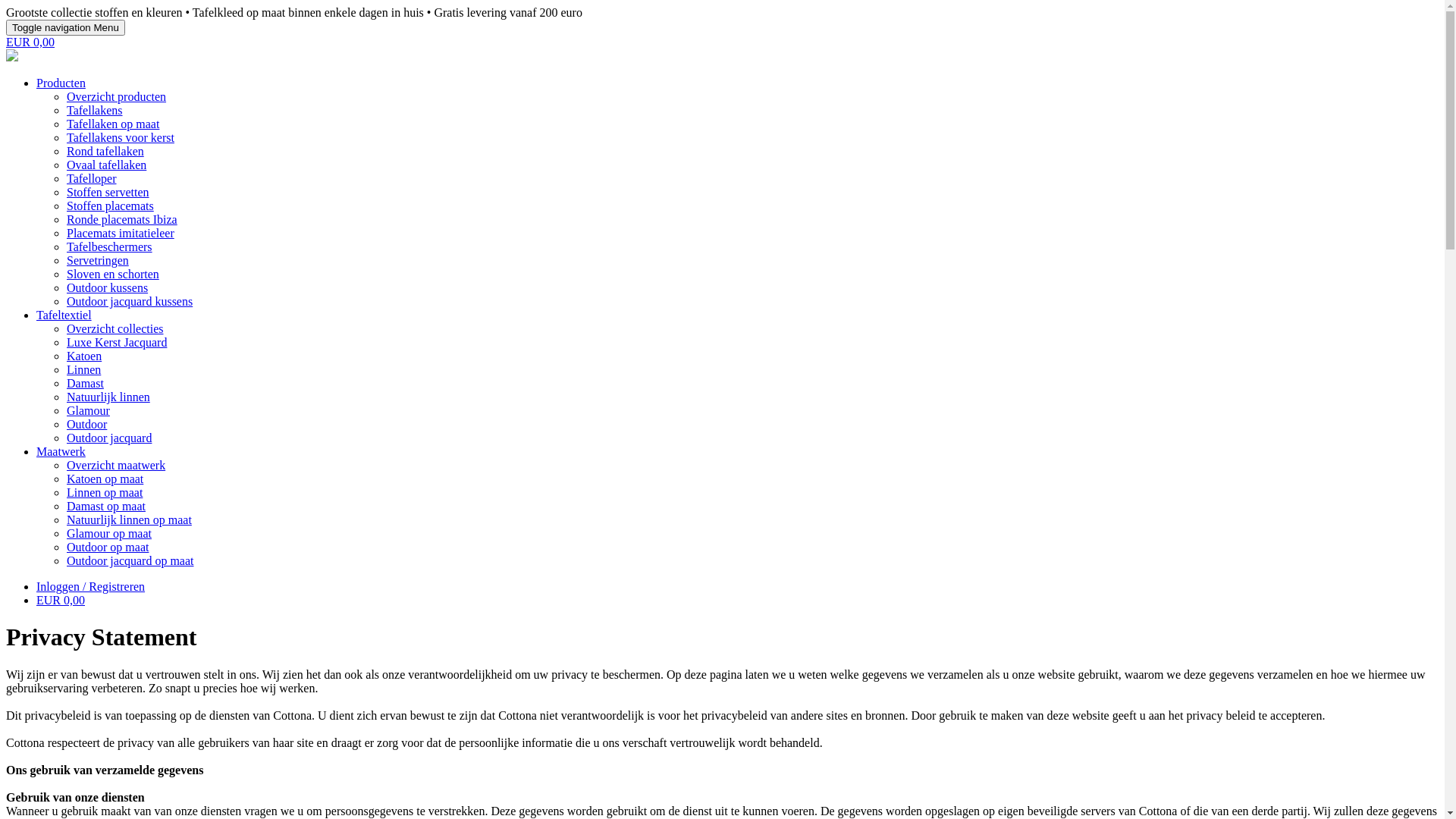 This screenshot has width=1456, height=819. Describe the element at coordinates (93, 109) in the screenshot. I see `'Tafellakens'` at that location.